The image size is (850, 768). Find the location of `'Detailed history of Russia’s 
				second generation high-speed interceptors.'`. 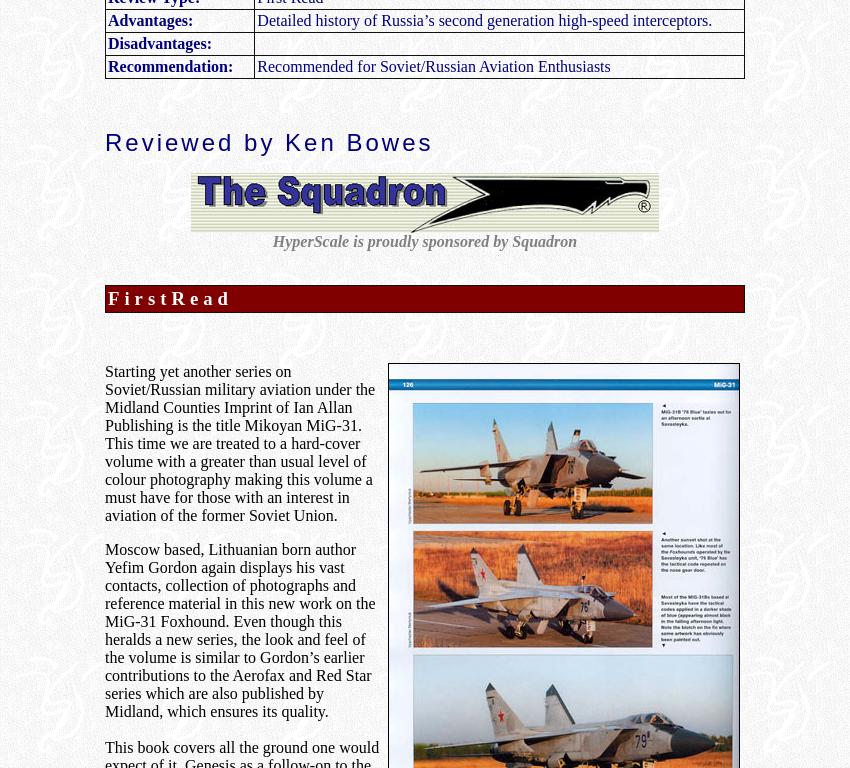

'Detailed history of Russia’s 
				second generation high-speed interceptors.' is located at coordinates (484, 19).